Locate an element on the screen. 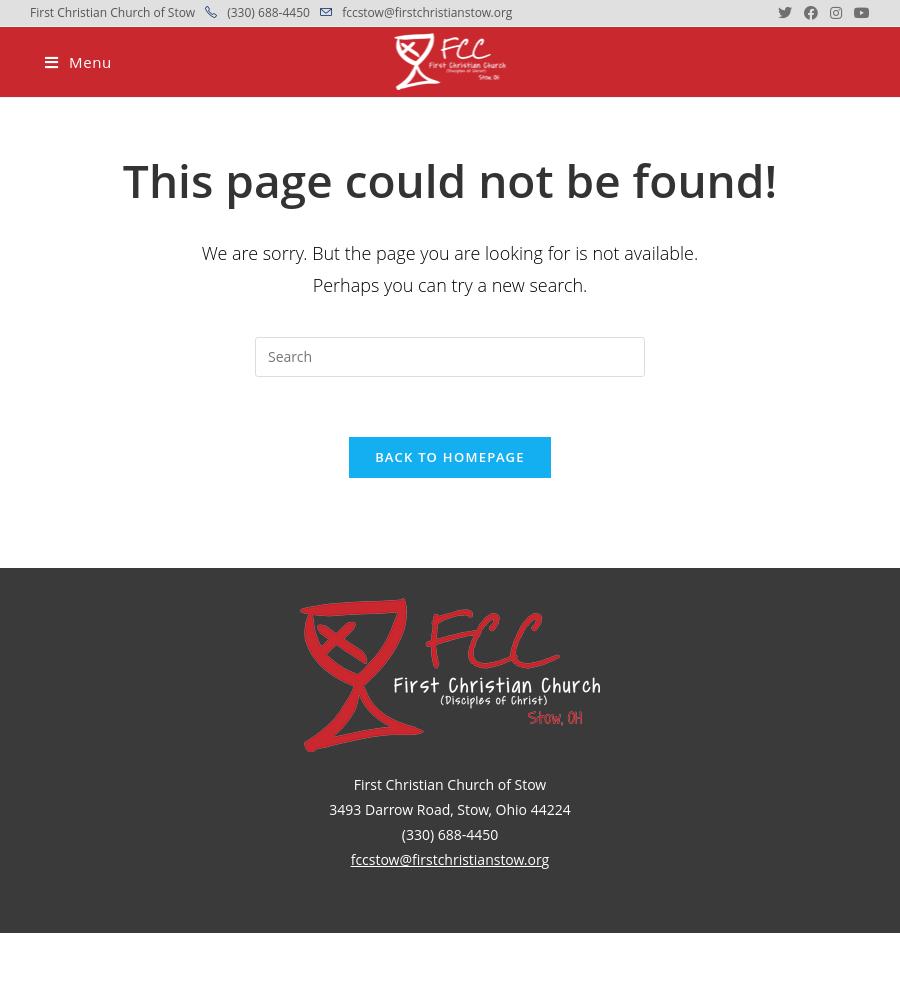 The image size is (900, 1000). 'fccstow@firstchristianstow.or' is located at coordinates (350, 858).